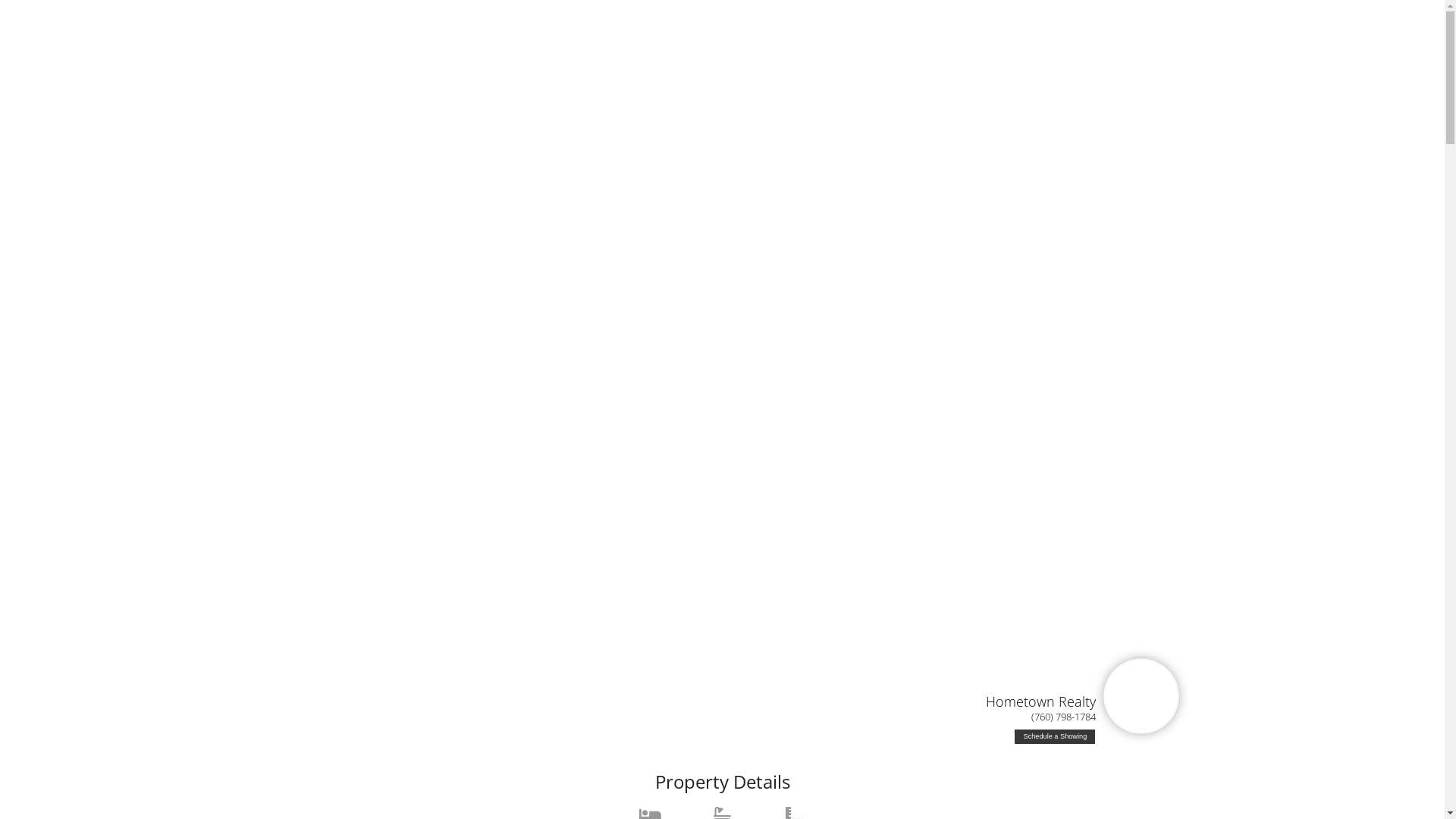  Describe the element at coordinates (1040, 701) in the screenshot. I see `'Hometown Realty'` at that location.